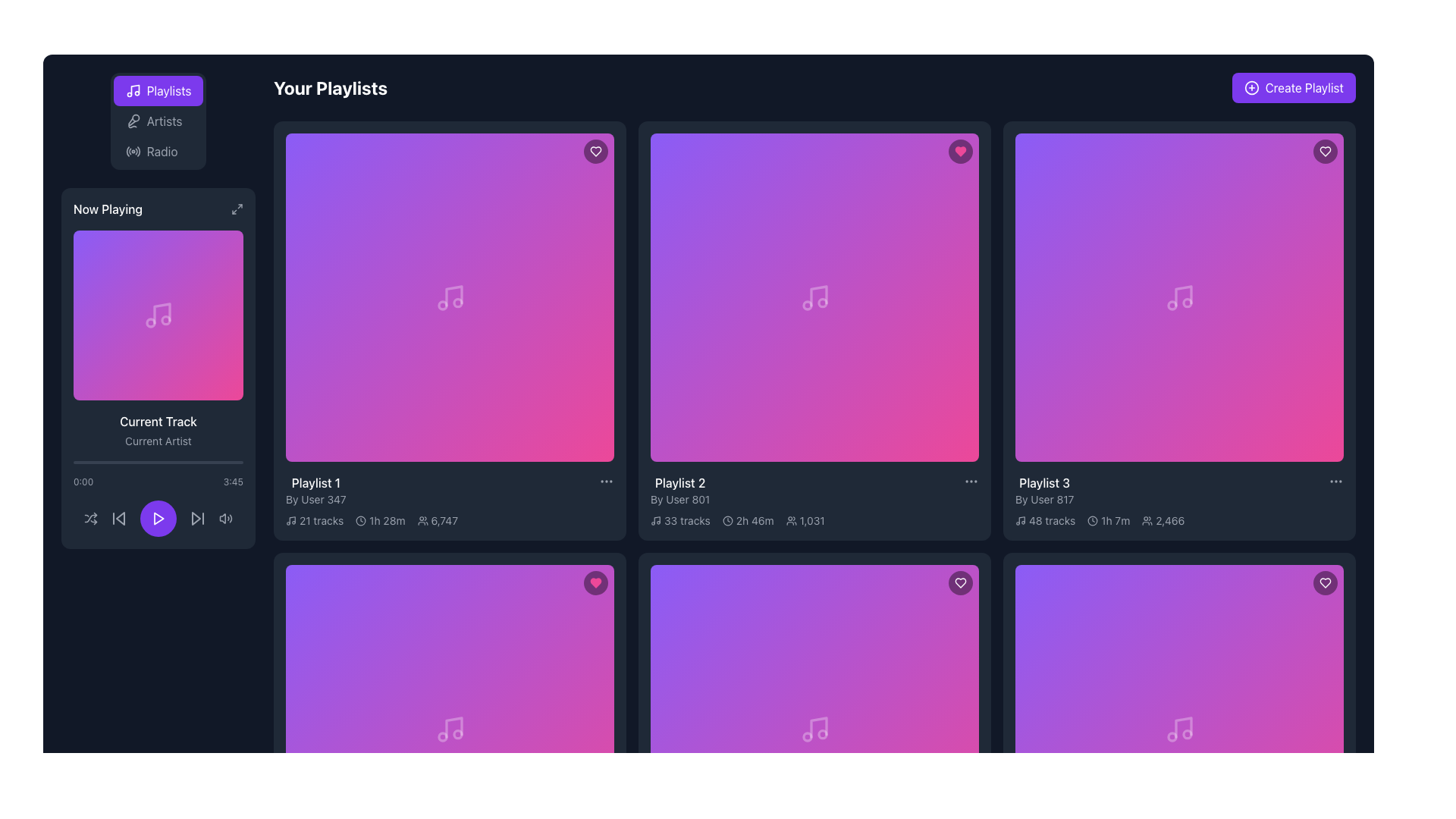 Image resolution: width=1456 pixels, height=819 pixels. What do you see at coordinates (449, 519) in the screenshot?
I see `informational text displaying '21 tracks', '1h 28m', and '6,747' located at the bottom of the playlist card titled 'Playlist 1', positioned to the left of the heart icon` at bounding box center [449, 519].